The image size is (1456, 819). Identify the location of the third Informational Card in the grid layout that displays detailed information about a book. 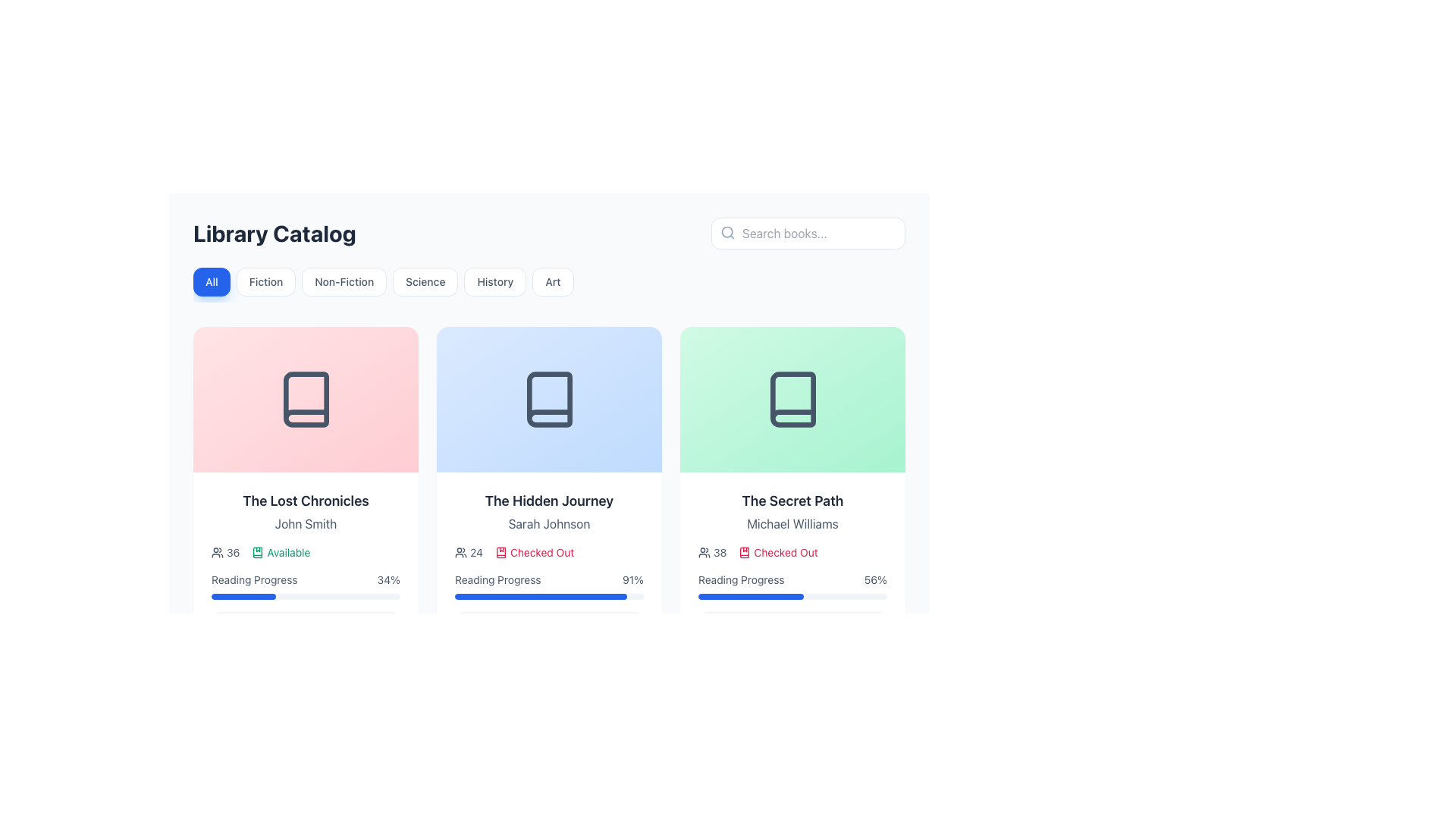
(792, 494).